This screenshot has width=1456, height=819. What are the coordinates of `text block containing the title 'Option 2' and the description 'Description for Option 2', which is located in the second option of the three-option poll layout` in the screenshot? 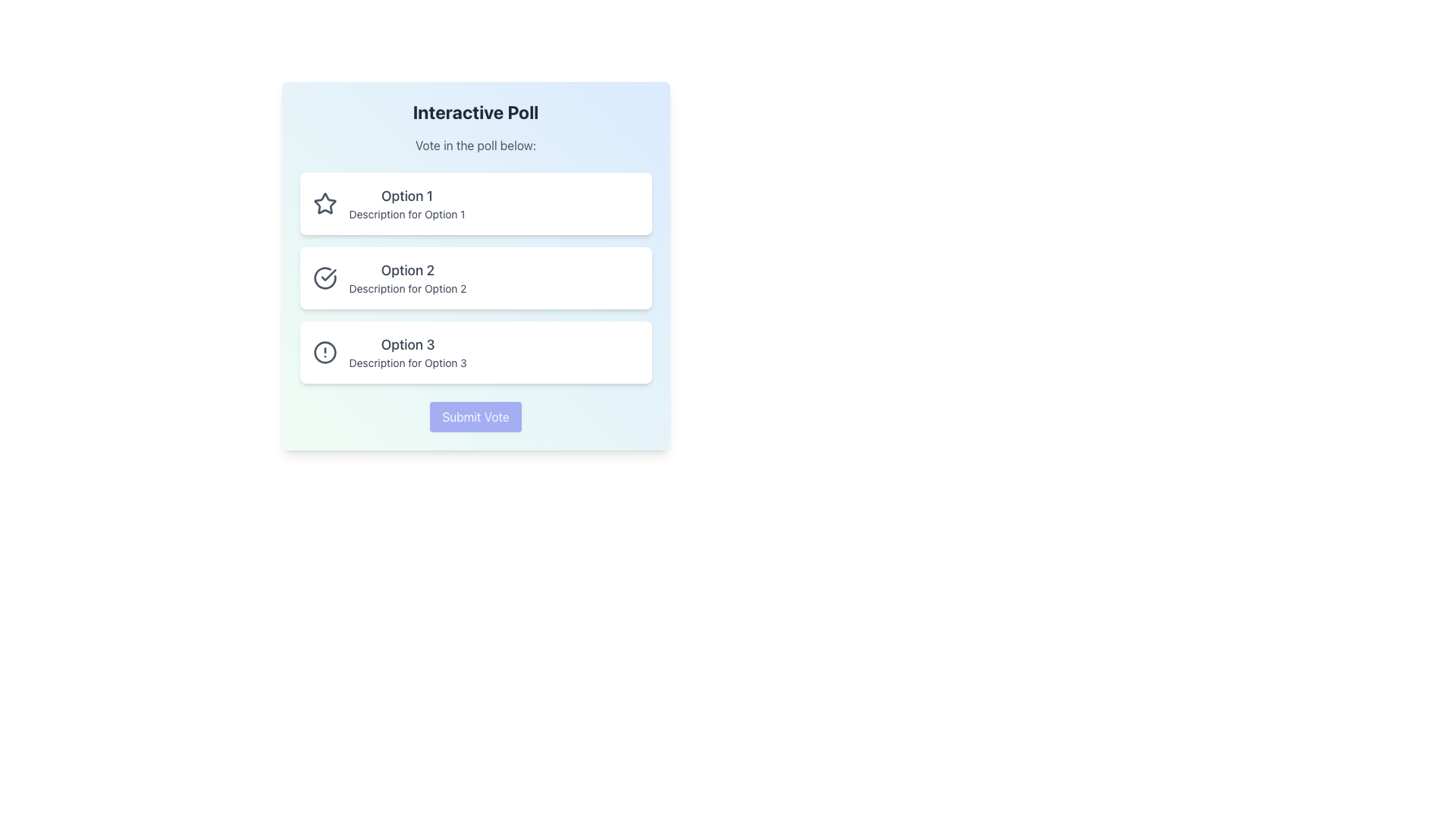 It's located at (407, 278).